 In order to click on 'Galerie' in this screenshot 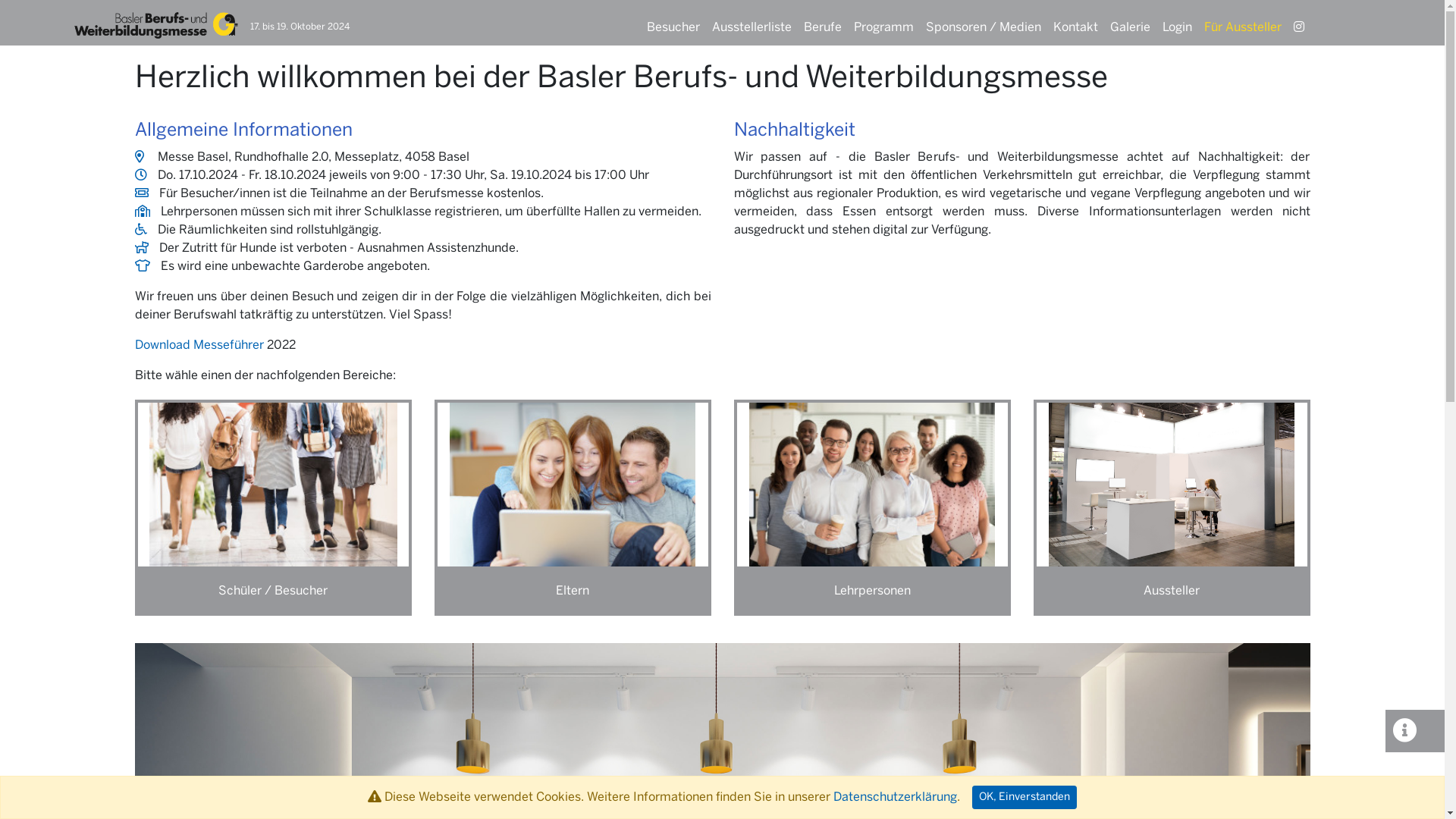, I will do `click(1130, 23)`.